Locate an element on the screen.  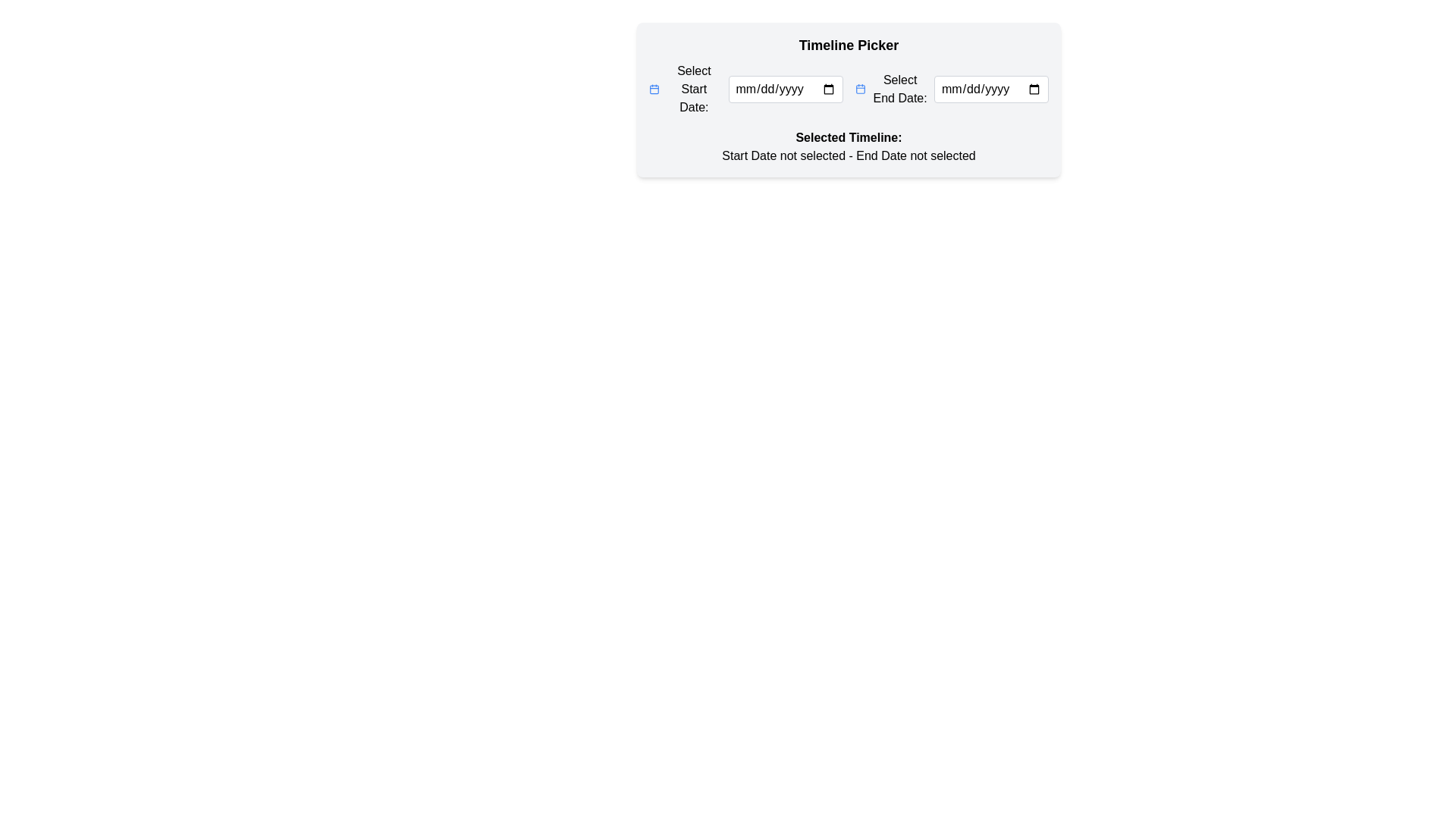
to activate the Date Input Field located in the top-right of the 'Select End Date' section of the 'Timeline Picker' UI component is located at coordinates (991, 89).